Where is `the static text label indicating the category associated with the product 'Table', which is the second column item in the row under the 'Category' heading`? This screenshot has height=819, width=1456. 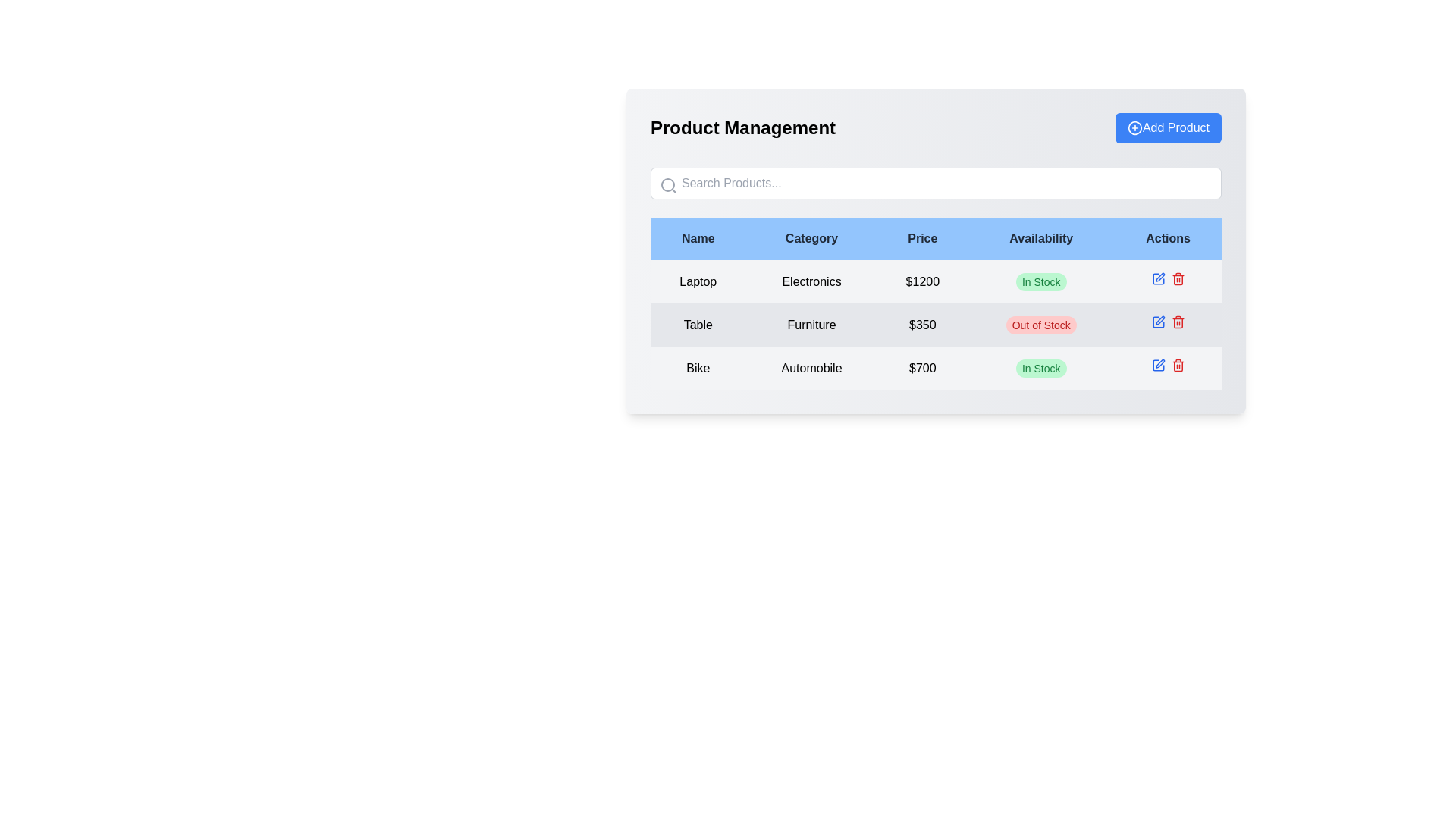 the static text label indicating the category associated with the product 'Table', which is the second column item in the row under the 'Category' heading is located at coordinates (811, 324).